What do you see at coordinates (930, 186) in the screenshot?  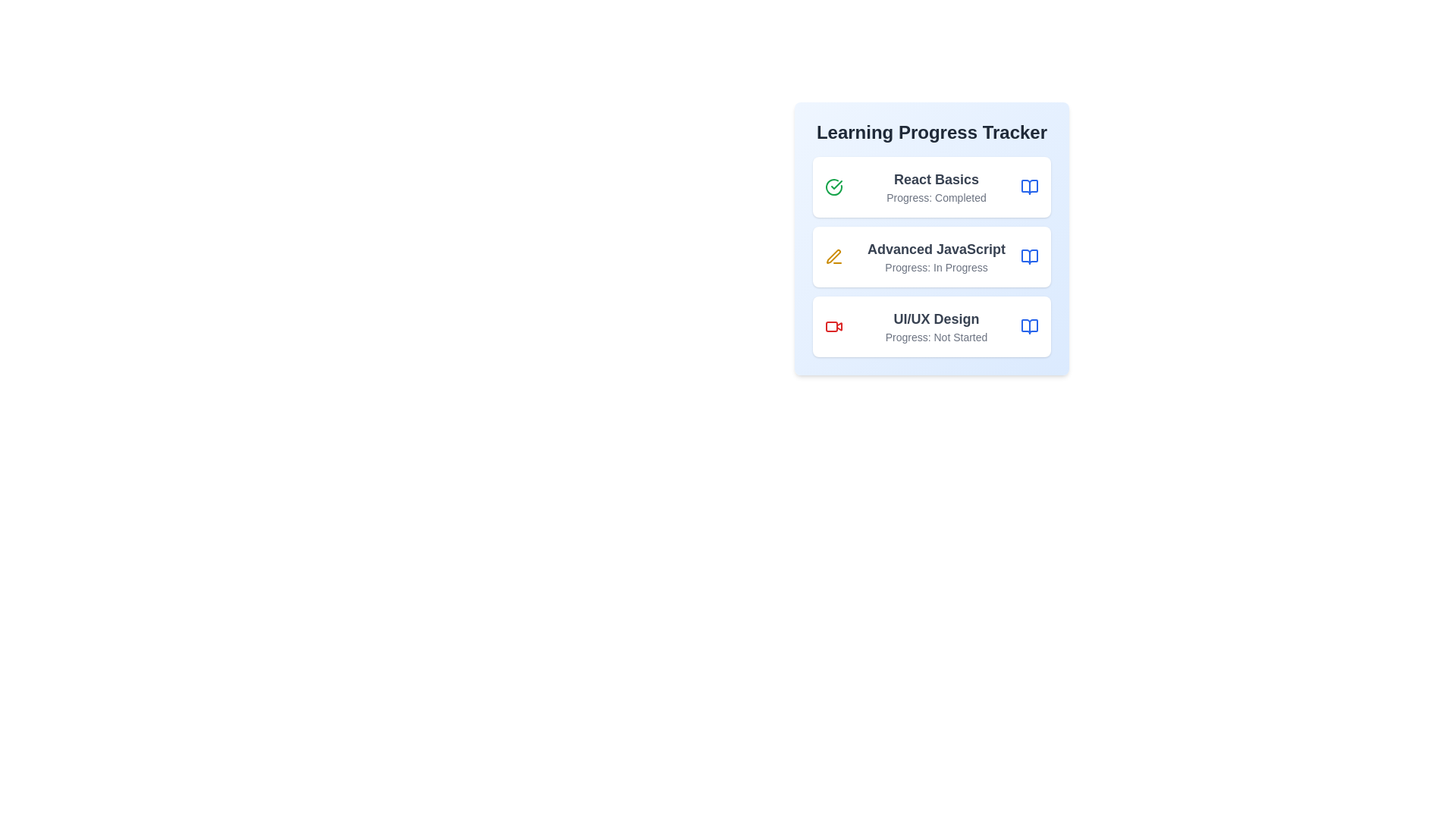 I see `the course item corresponding to React Basics` at bounding box center [930, 186].